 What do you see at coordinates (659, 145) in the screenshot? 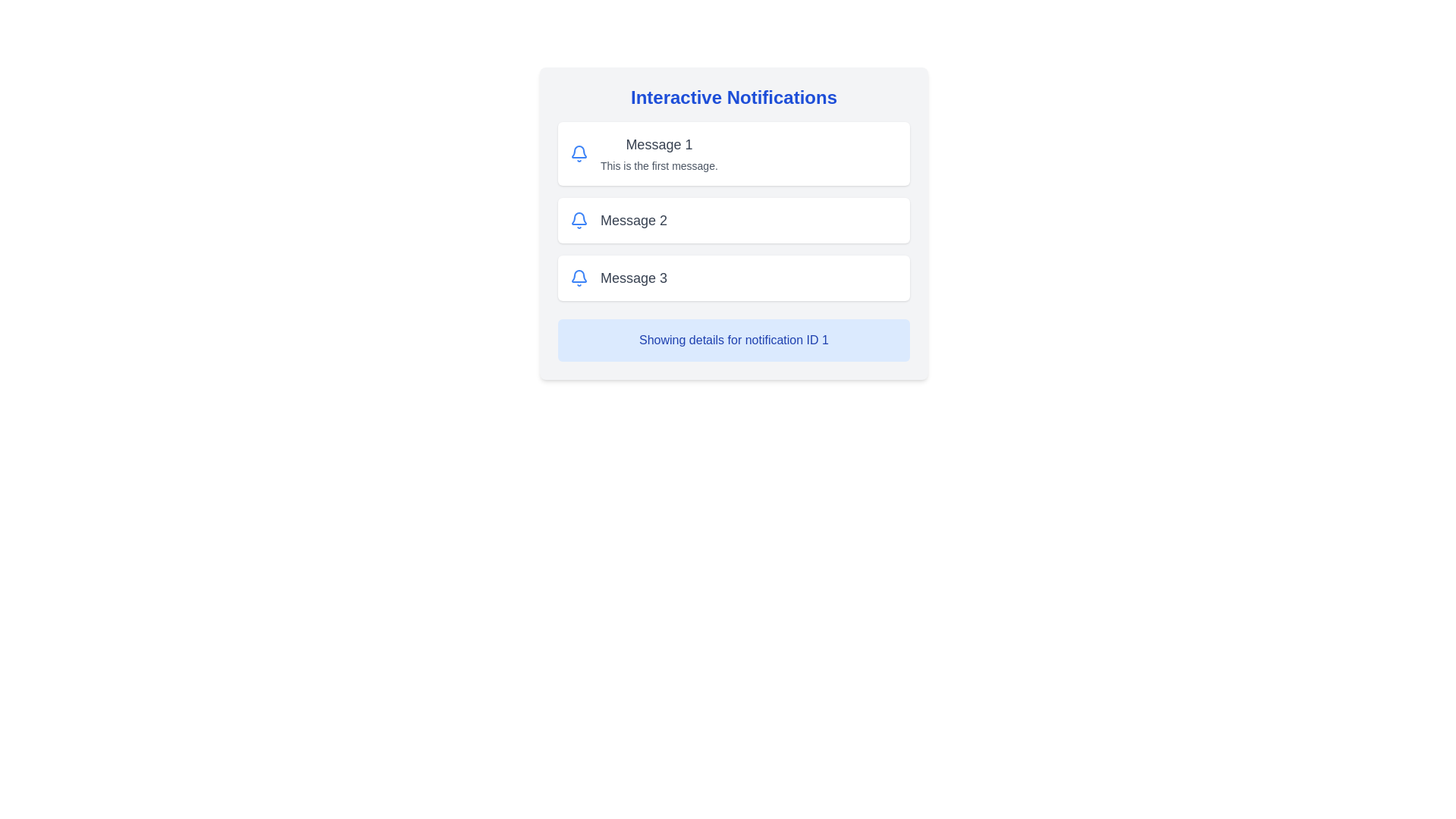
I see `the static text label that serves as the title for the notification 'Message 1', positioned at the top of the notification card` at bounding box center [659, 145].